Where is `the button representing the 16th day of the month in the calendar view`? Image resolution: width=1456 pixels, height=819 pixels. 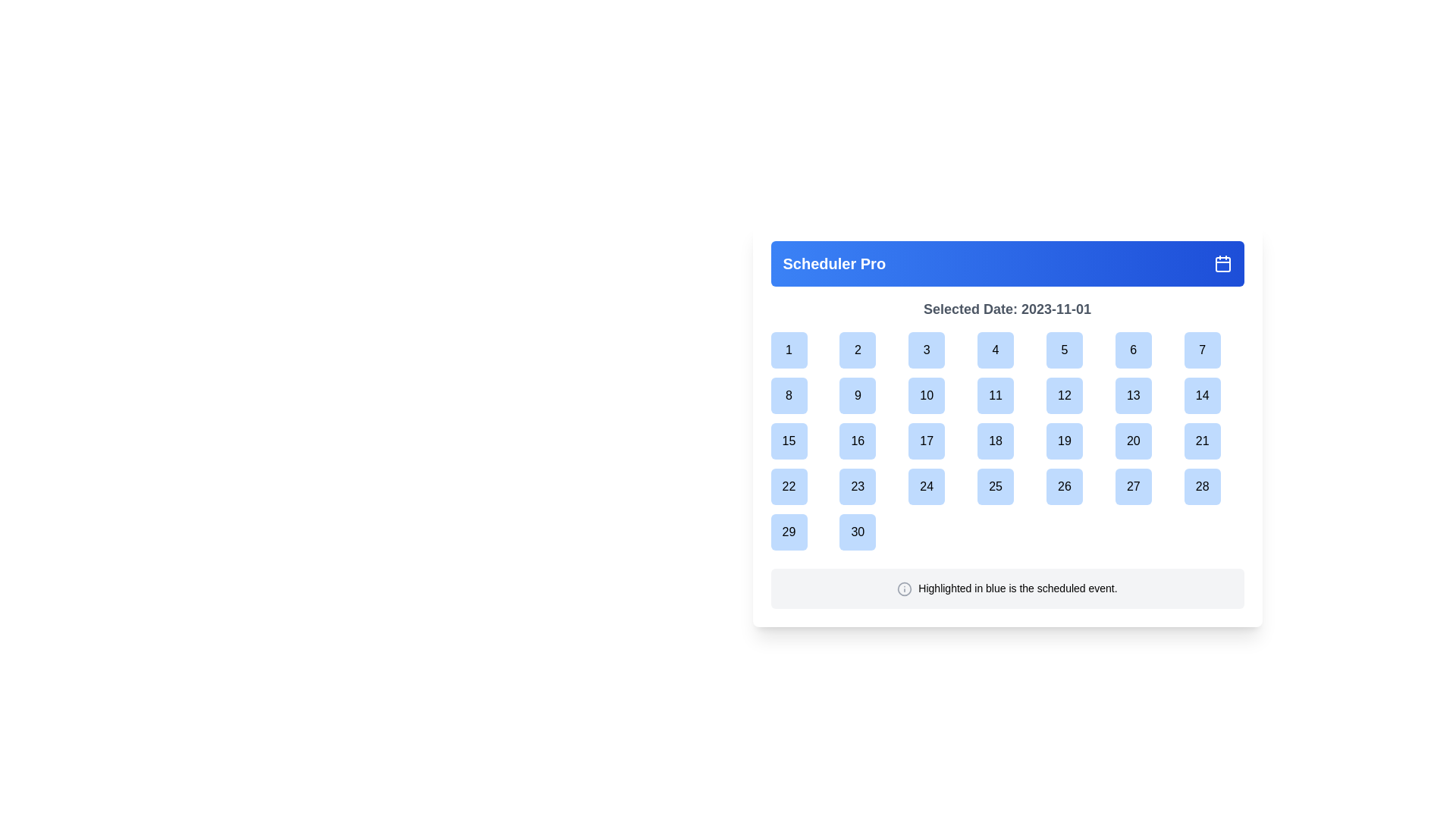
the button representing the 16th day of the month in the calendar view is located at coordinates (858, 441).